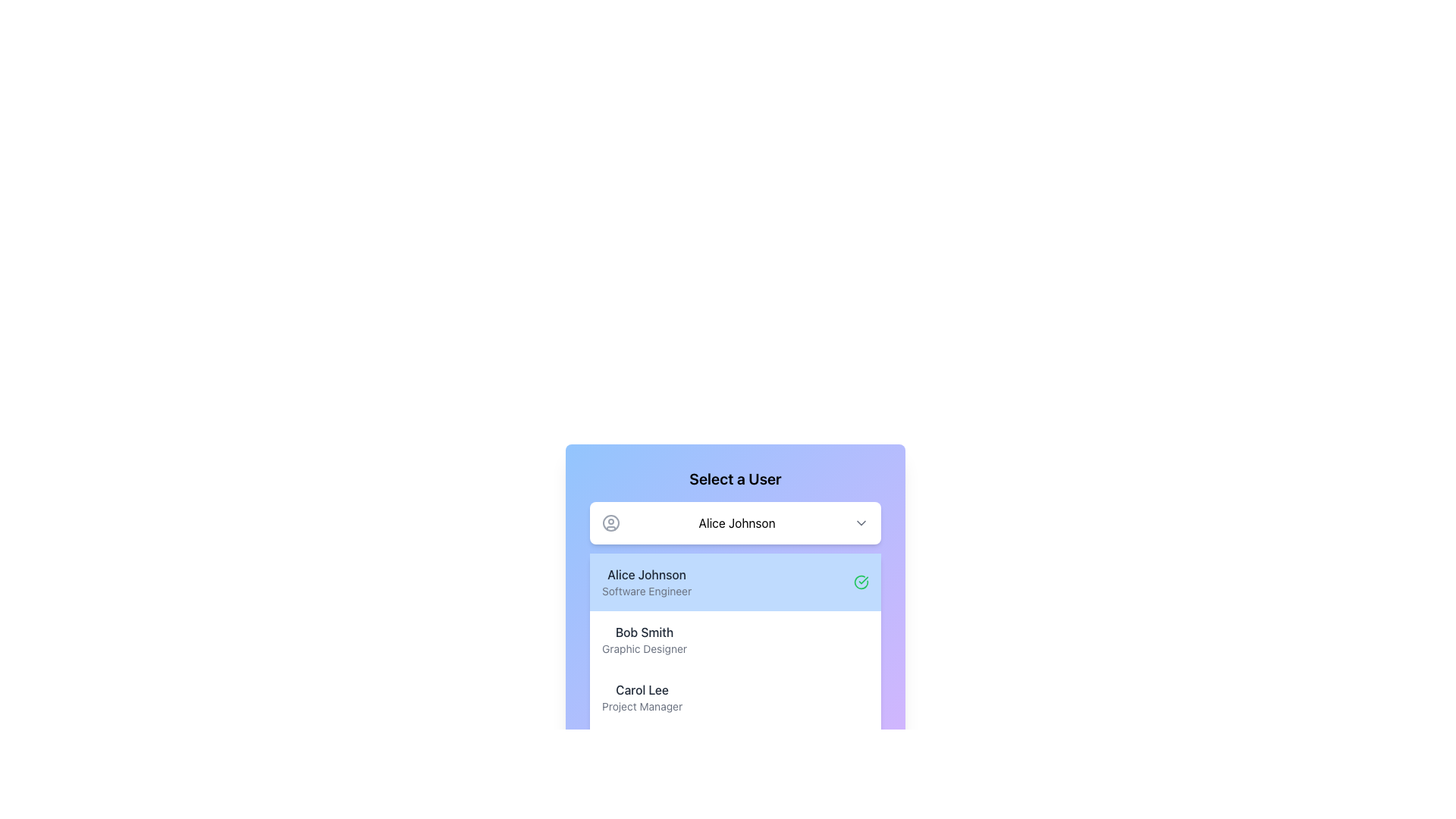 The width and height of the screenshot is (1456, 819). Describe the element at coordinates (736, 522) in the screenshot. I see `the static text label displaying 'Alice Johnson', which is located between an avatar icon on the left and a downward arrow icon on the right` at that location.